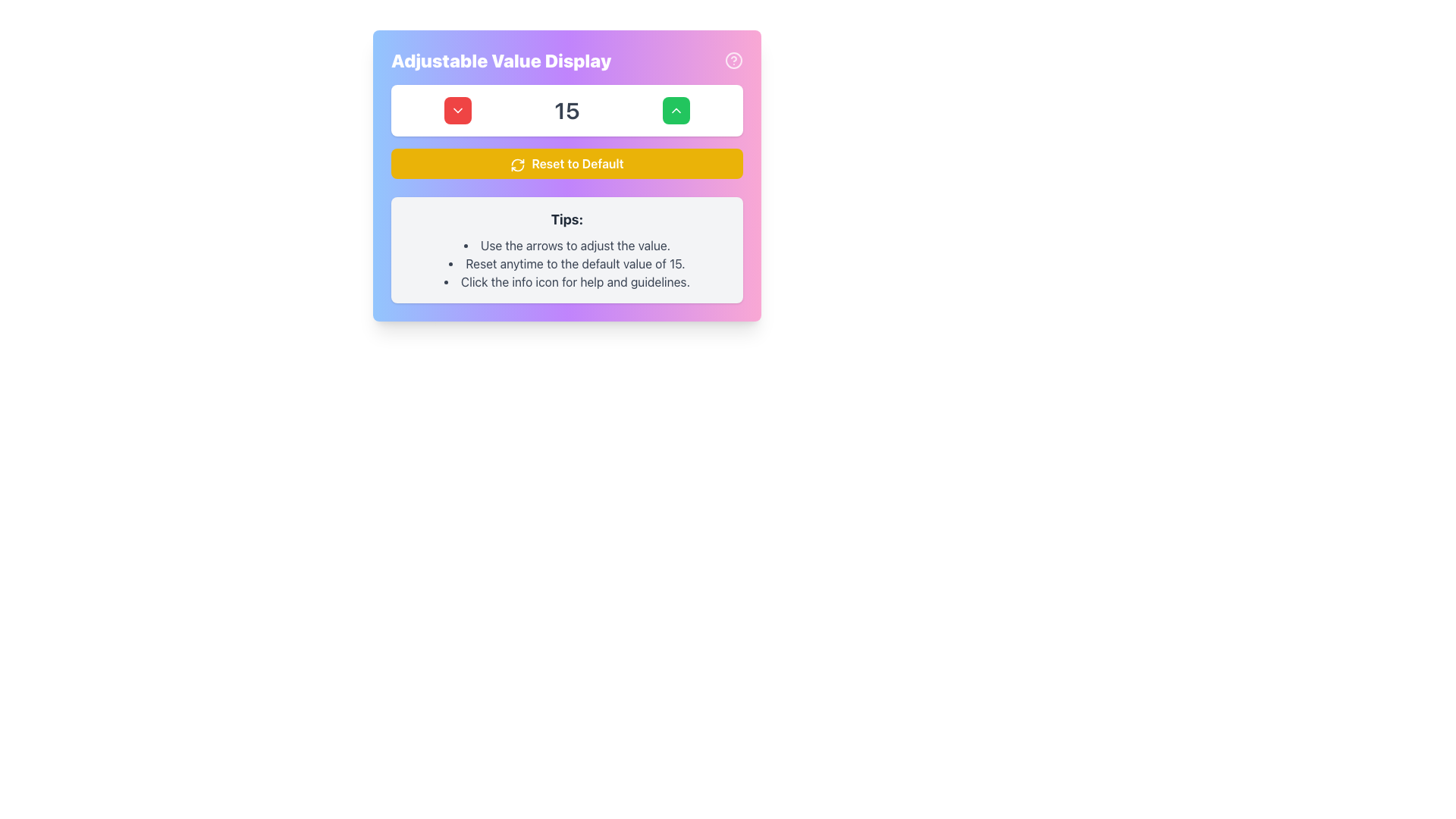 This screenshot has width=1456, height=819. I want to click on the increment icon within the green circular button located to the right above the central numeric value (15), so click(675, 110).